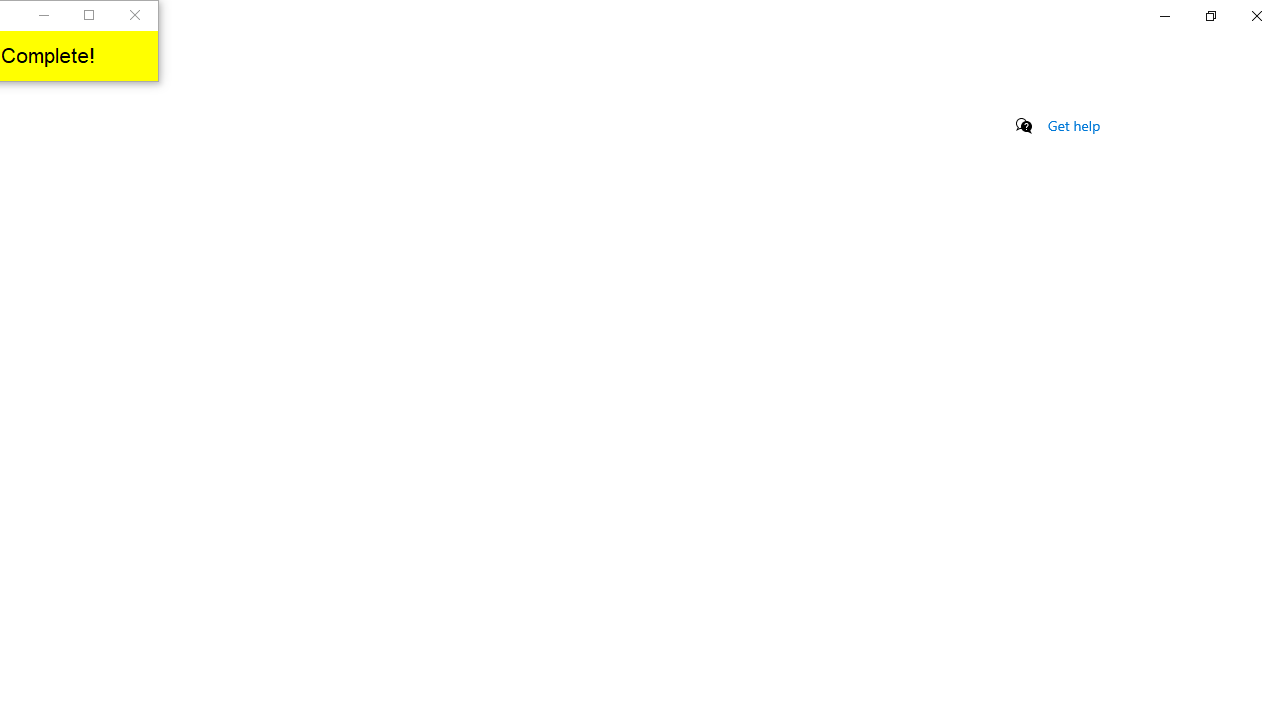 The width and height of the screenshot is (1280, 720). What do you see at coordinates (1255, 15) in the screenshot?
I see `'Close Settings'` at bounding box center [1255, 15].